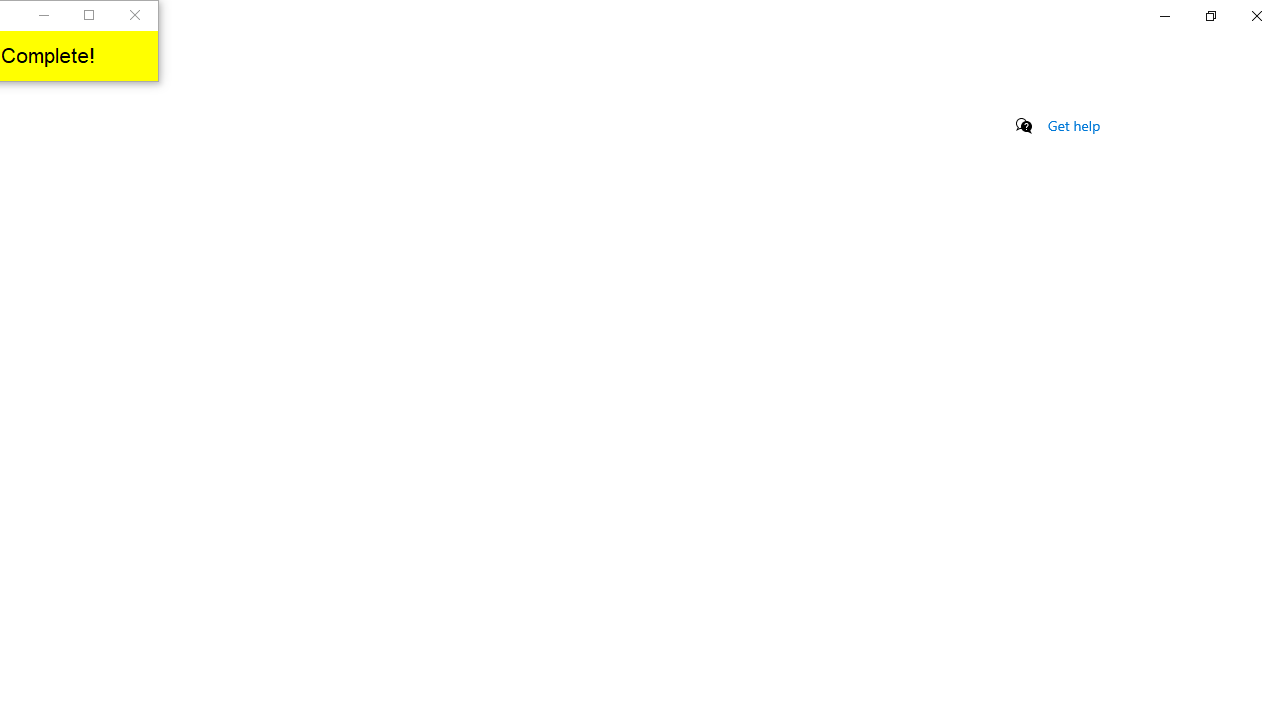 The width and height of the screenshot is (1280, 720). What do you see at coordinates (1255, 15) in the screenshot?
I see `'Close Settings'` at bounding box center [1255, 15].